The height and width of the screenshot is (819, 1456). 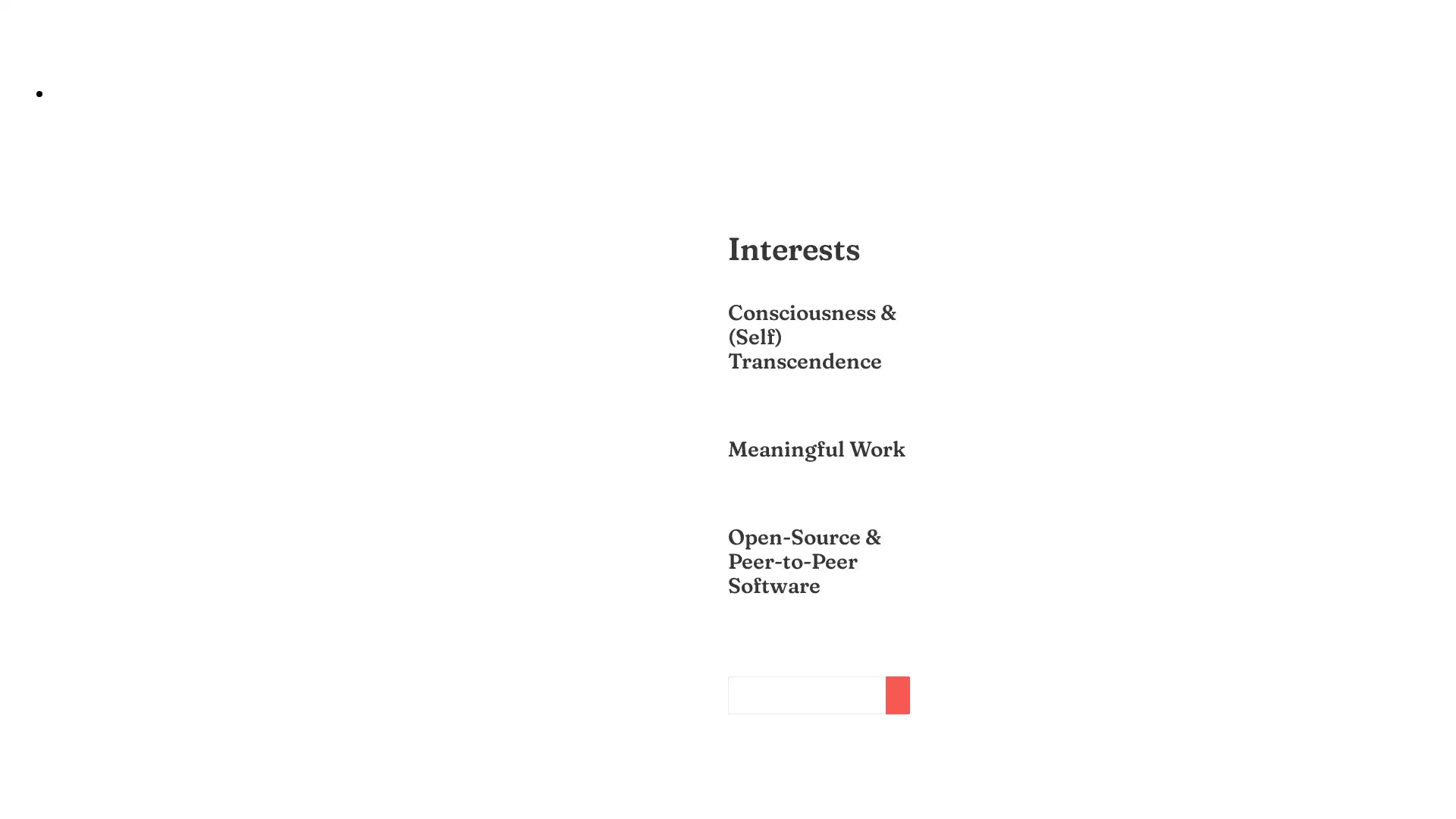 I want to click on Subscribe, so click(x=898, y=695).